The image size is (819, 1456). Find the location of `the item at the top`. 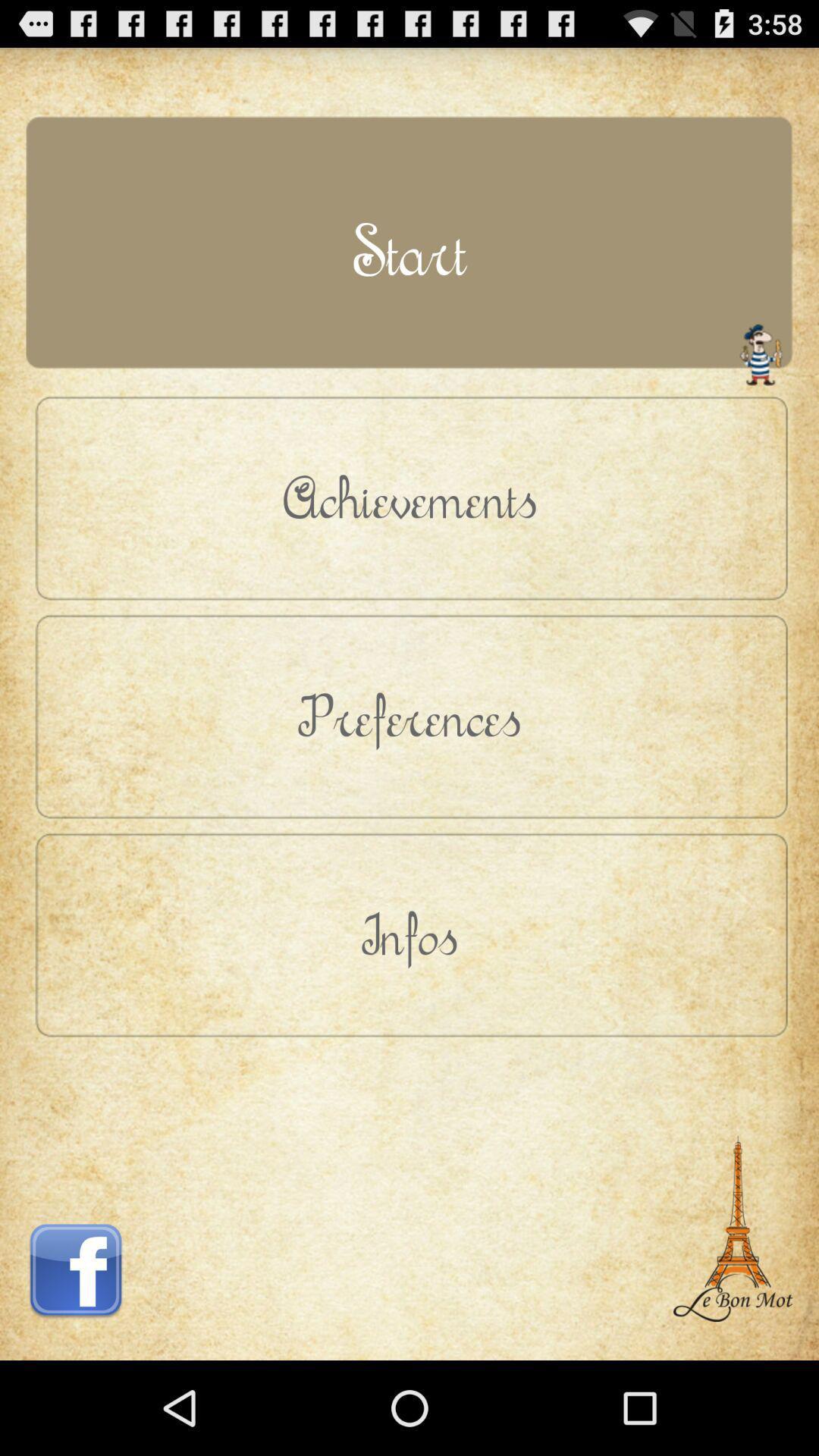

the item at the top is located at coordinates (409, 250).